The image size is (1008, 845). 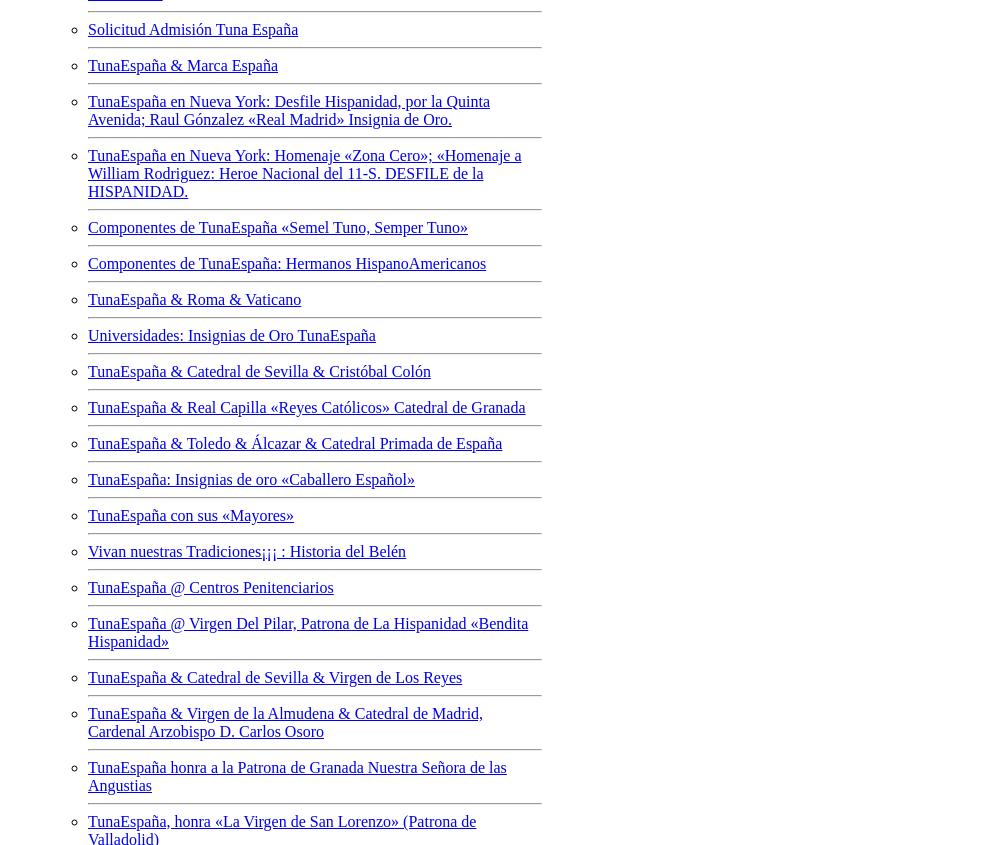 What do you see at coordinates (286, 262) in the screenshot?
I see `'Componentes de TunaEspaña: Hermanos HispanoAmericanos'` at bounding box center [286, 262].